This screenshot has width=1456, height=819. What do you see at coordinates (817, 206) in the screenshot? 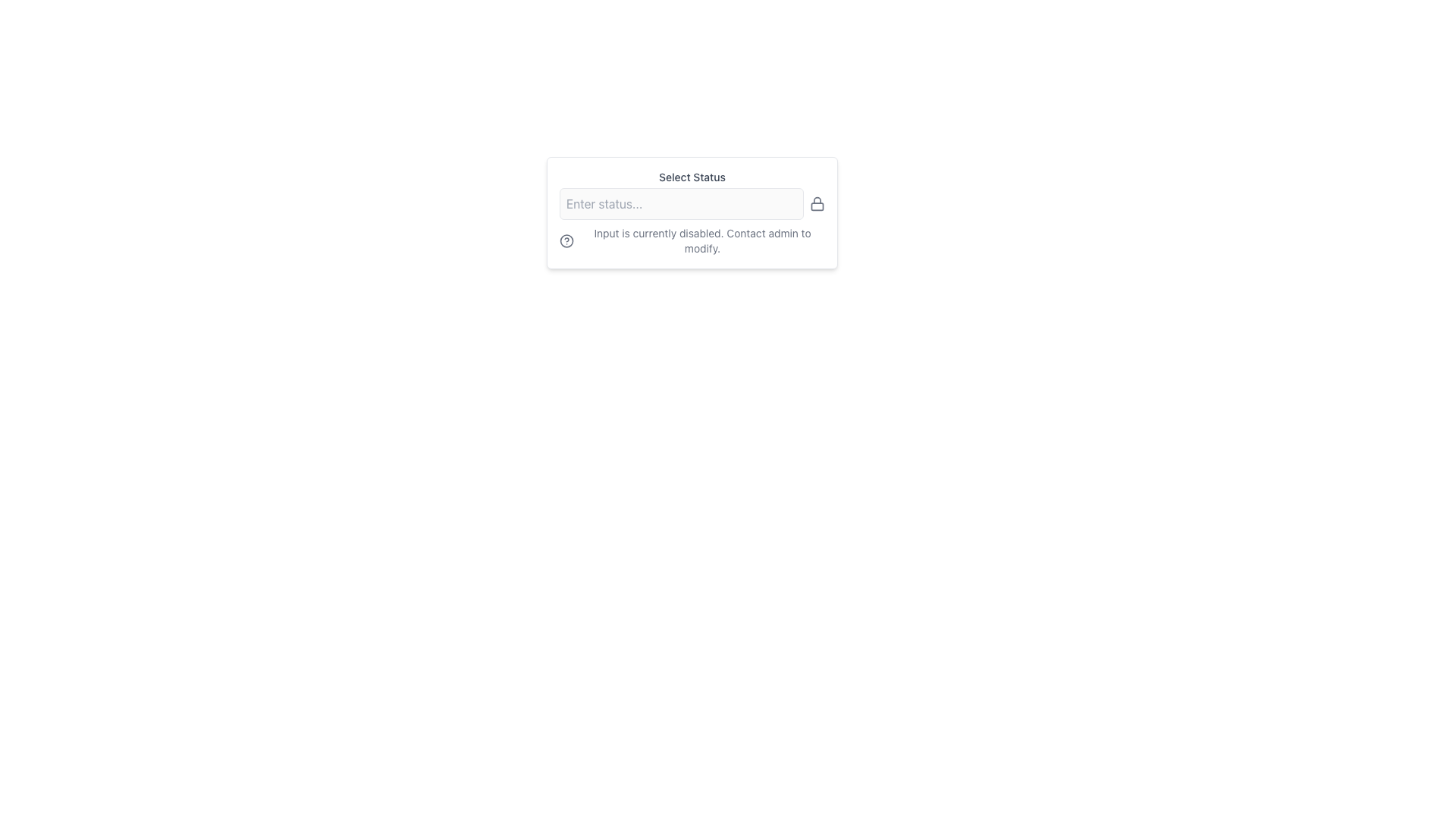
I see `the lock icon that indicates the adjacent text input field is non-editable or protected, located near the right of the text input bar` at bounding box center [817, 206].